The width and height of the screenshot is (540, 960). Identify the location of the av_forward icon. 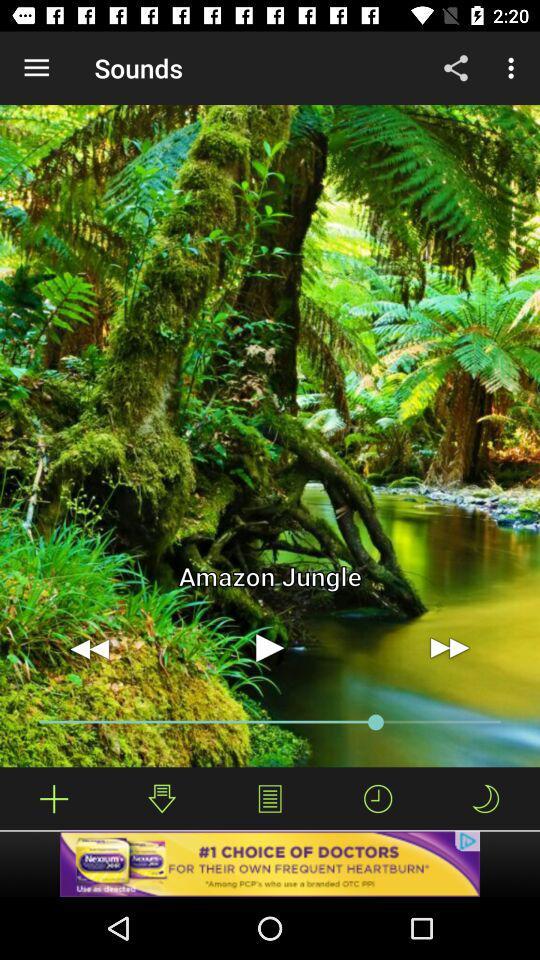
(449, 647).